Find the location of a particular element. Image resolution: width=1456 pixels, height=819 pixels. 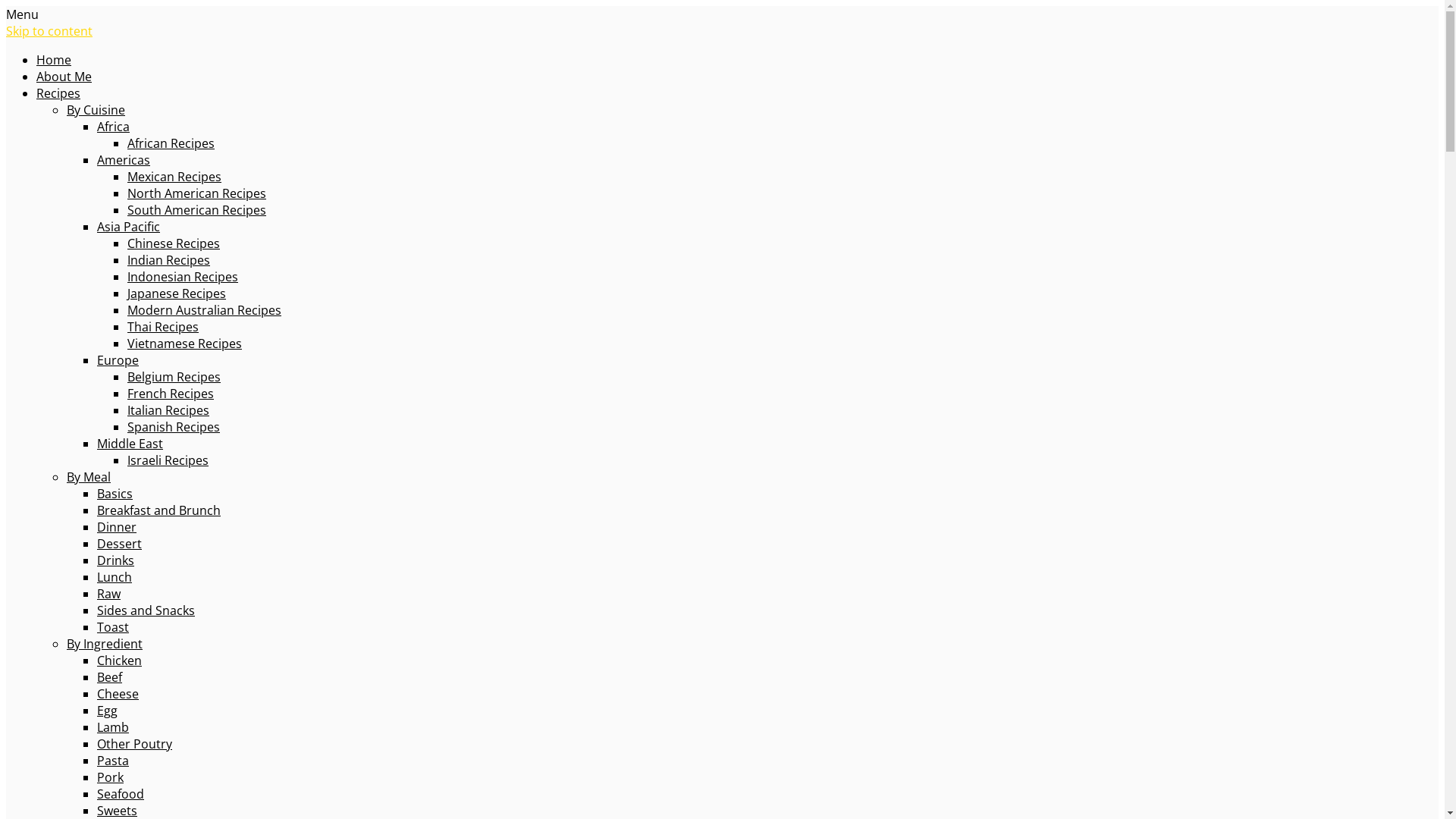

'Dinner' is located at coordinates (115, 526).